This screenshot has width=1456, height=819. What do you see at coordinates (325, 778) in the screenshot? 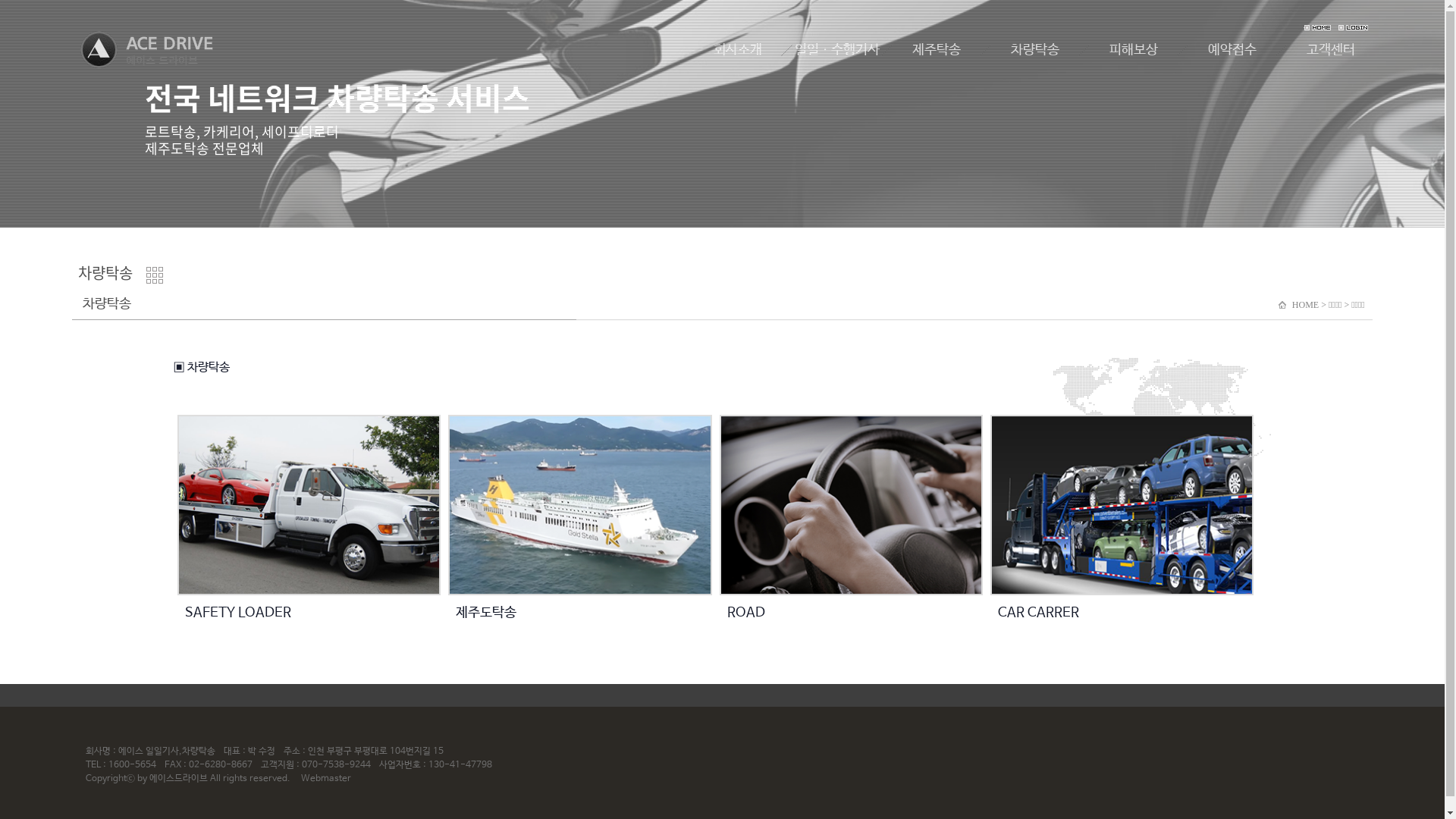
I see `'Webmaster'` at bounding box center [325, 778].